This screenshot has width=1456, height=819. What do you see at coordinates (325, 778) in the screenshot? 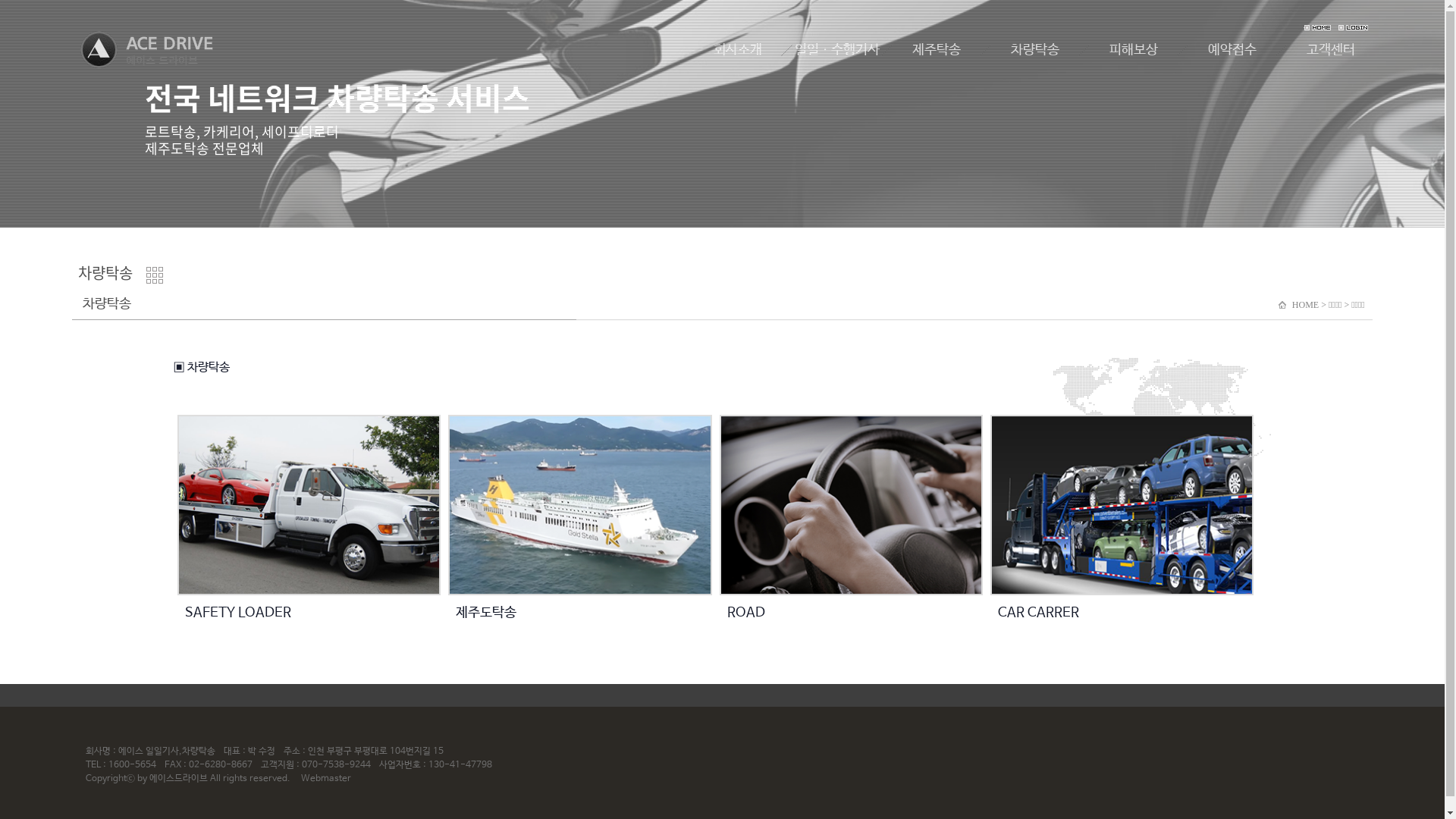
I see `'Webmaster'` at bounding box center [325, 778].